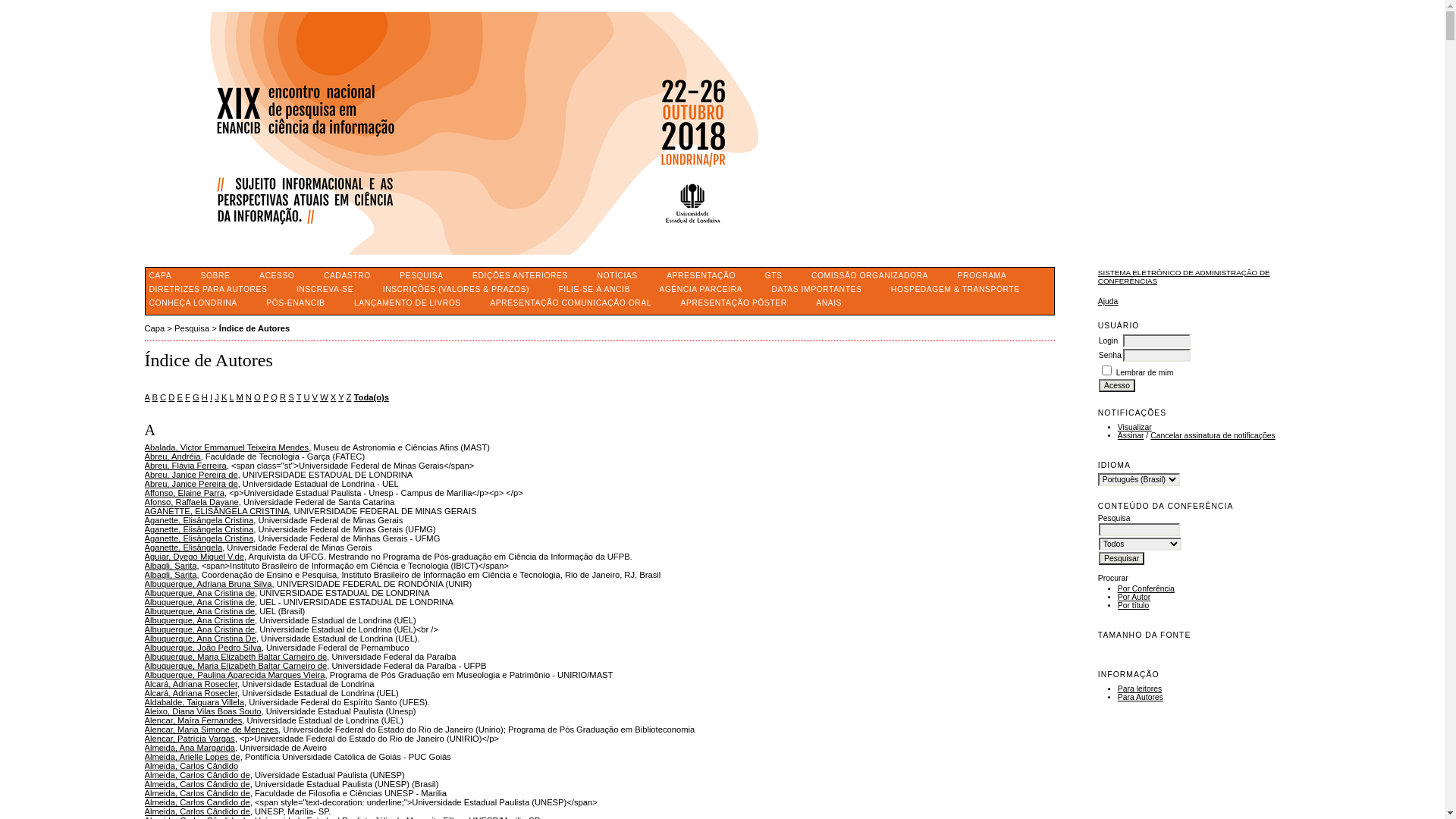  Describe the element at coordinates (1108, 301) in the screenshot. I see `'Ajuda'` at that location.